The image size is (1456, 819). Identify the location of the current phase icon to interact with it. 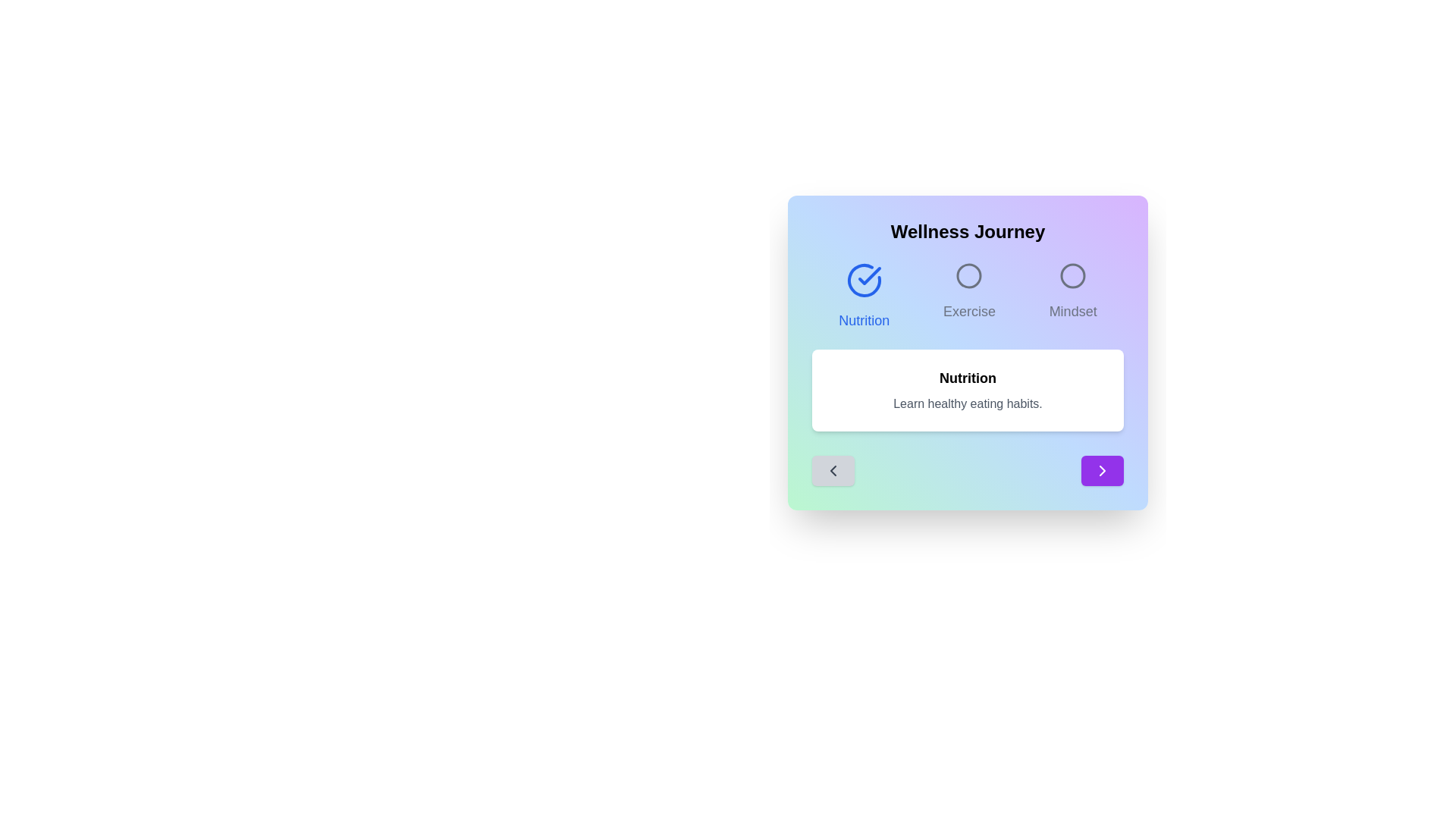
(864, 281).